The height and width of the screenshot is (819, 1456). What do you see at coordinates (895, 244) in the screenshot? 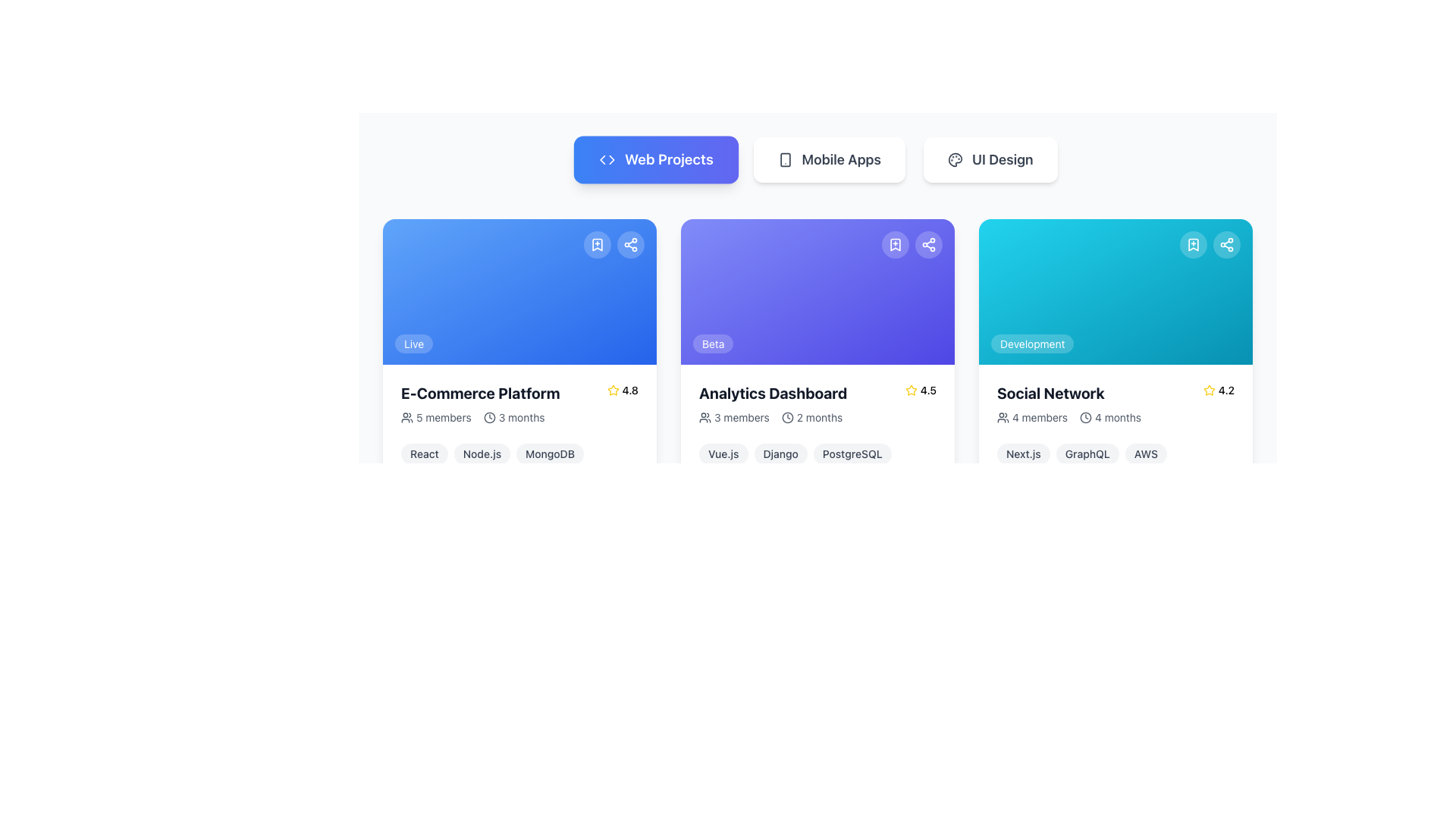
I see `the circular button with a white bookmark icon on a purple background located at the top-right corner of the 'Analytics Dashboard' card` at bounding box center [895, 244].